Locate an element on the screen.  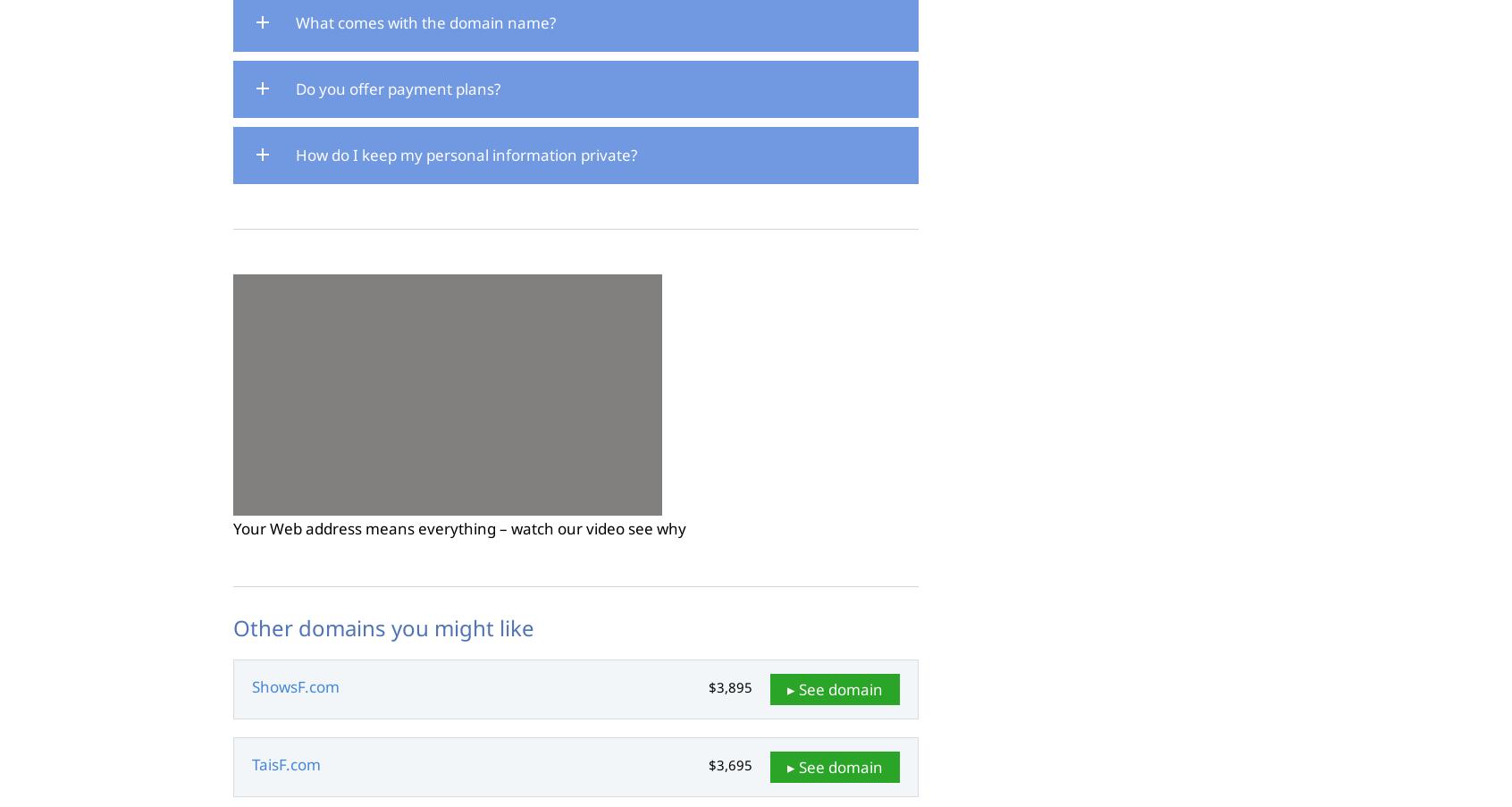
'$3,895' is located at coordinates (709, 686).